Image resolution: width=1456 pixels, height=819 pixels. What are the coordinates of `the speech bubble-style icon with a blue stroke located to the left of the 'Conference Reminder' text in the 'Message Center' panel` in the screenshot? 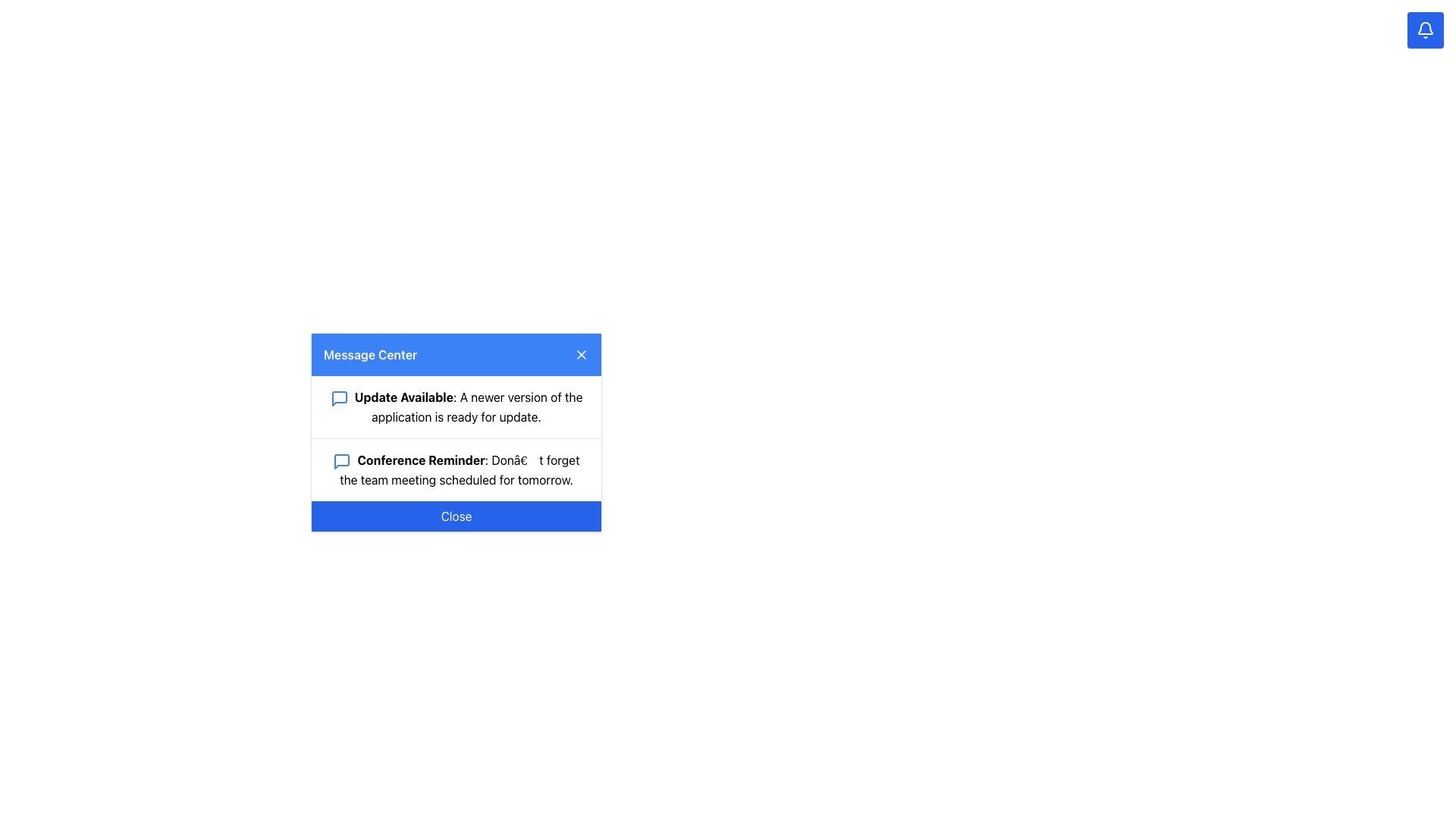 It's located at (338, 397).